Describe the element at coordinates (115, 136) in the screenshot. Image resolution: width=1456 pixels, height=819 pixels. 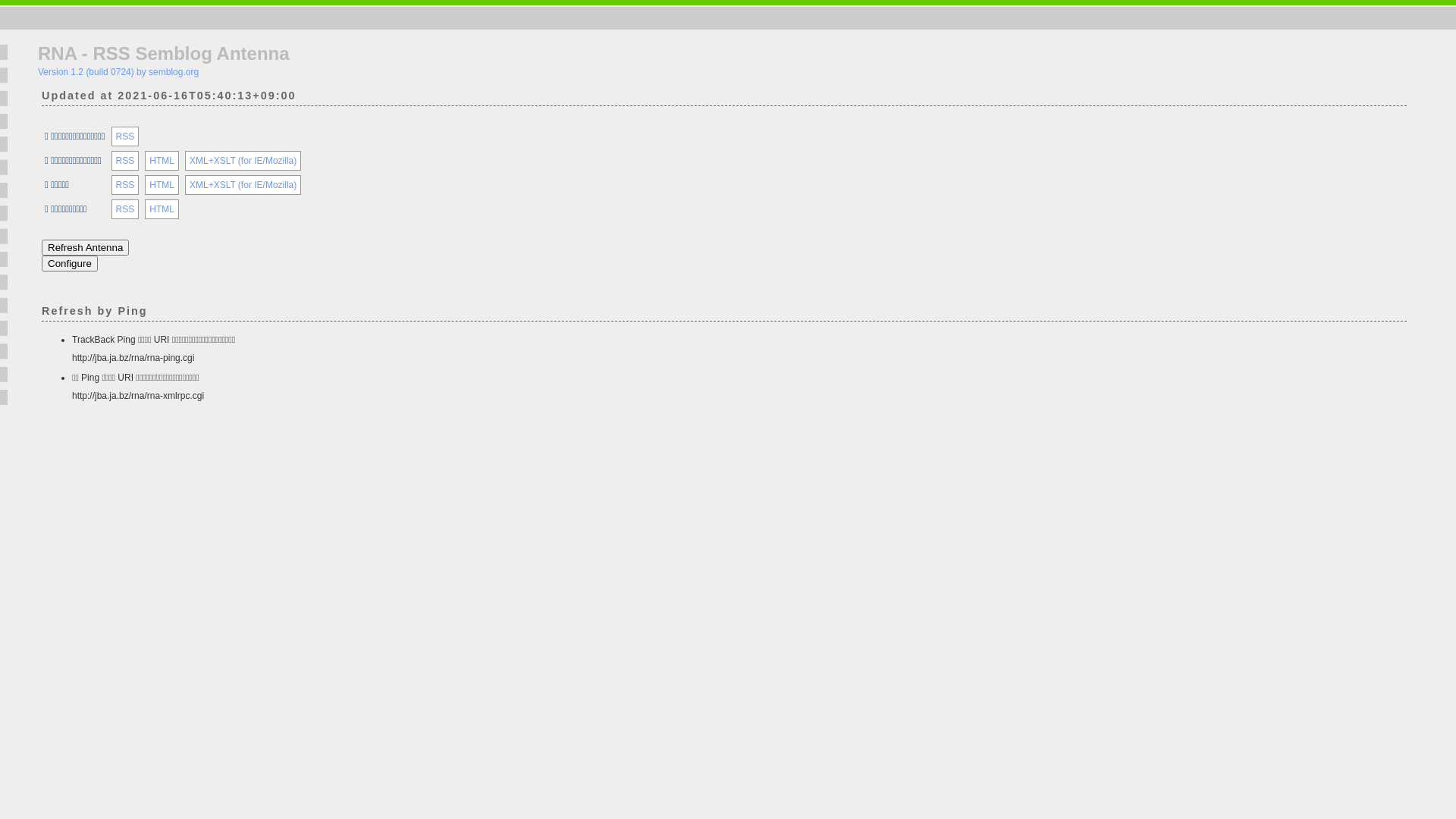
I see `'RSS'` at that location.